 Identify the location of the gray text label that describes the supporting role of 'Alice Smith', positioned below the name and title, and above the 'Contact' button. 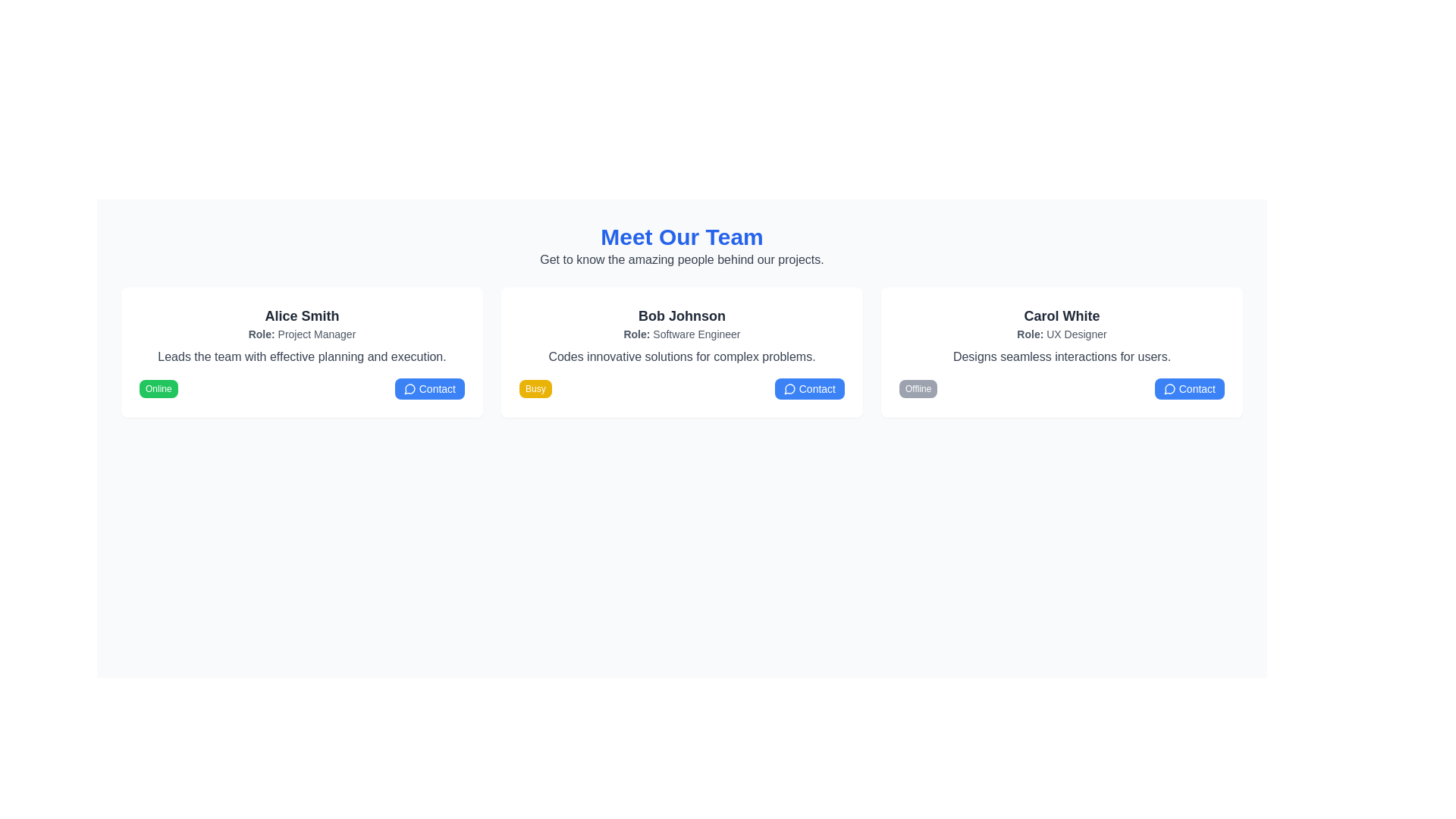
(302, 356).